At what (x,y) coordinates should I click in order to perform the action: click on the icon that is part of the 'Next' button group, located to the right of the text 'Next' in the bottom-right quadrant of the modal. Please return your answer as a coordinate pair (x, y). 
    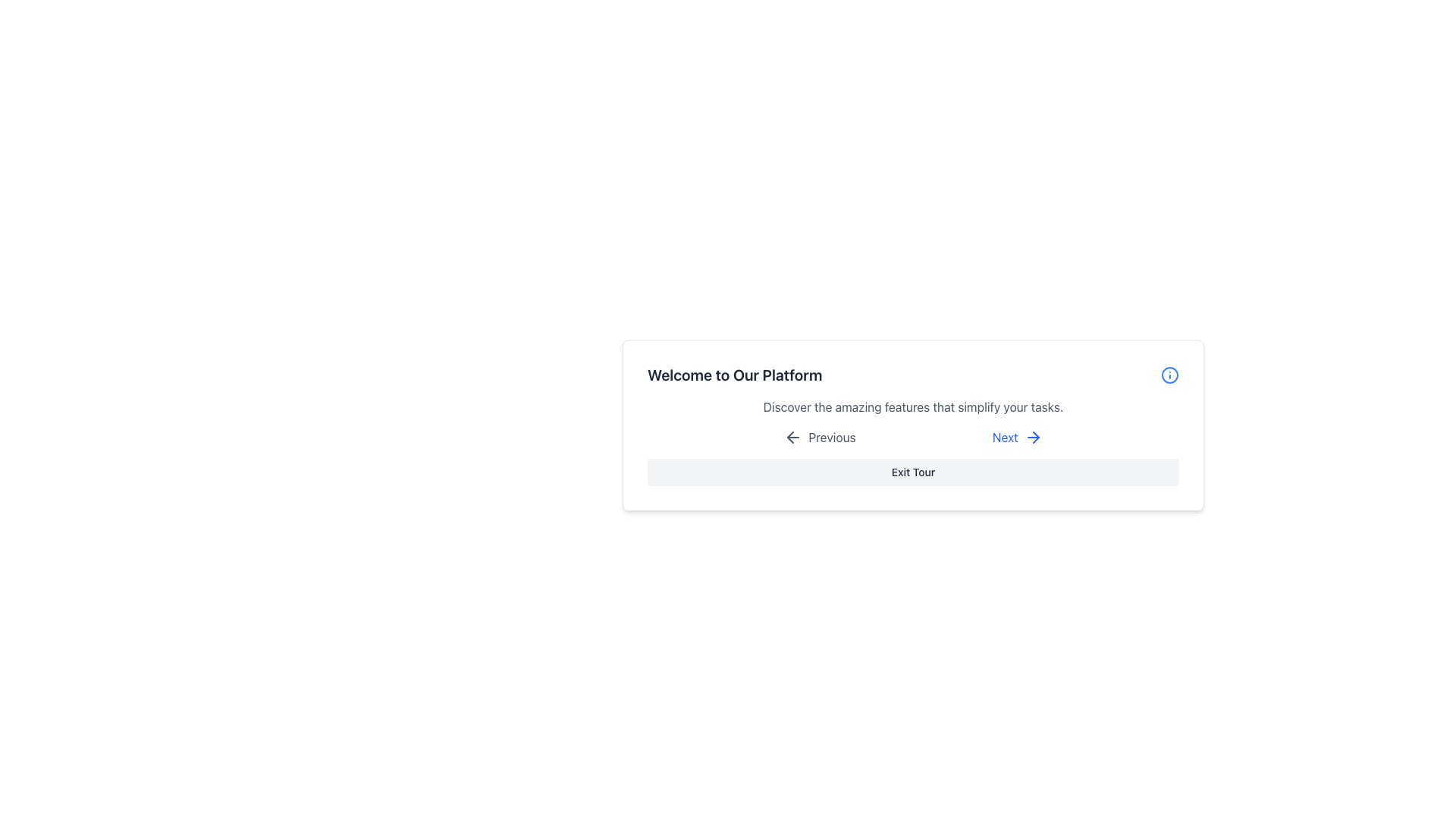
    Looking at the image, I should click on (1032, 438).